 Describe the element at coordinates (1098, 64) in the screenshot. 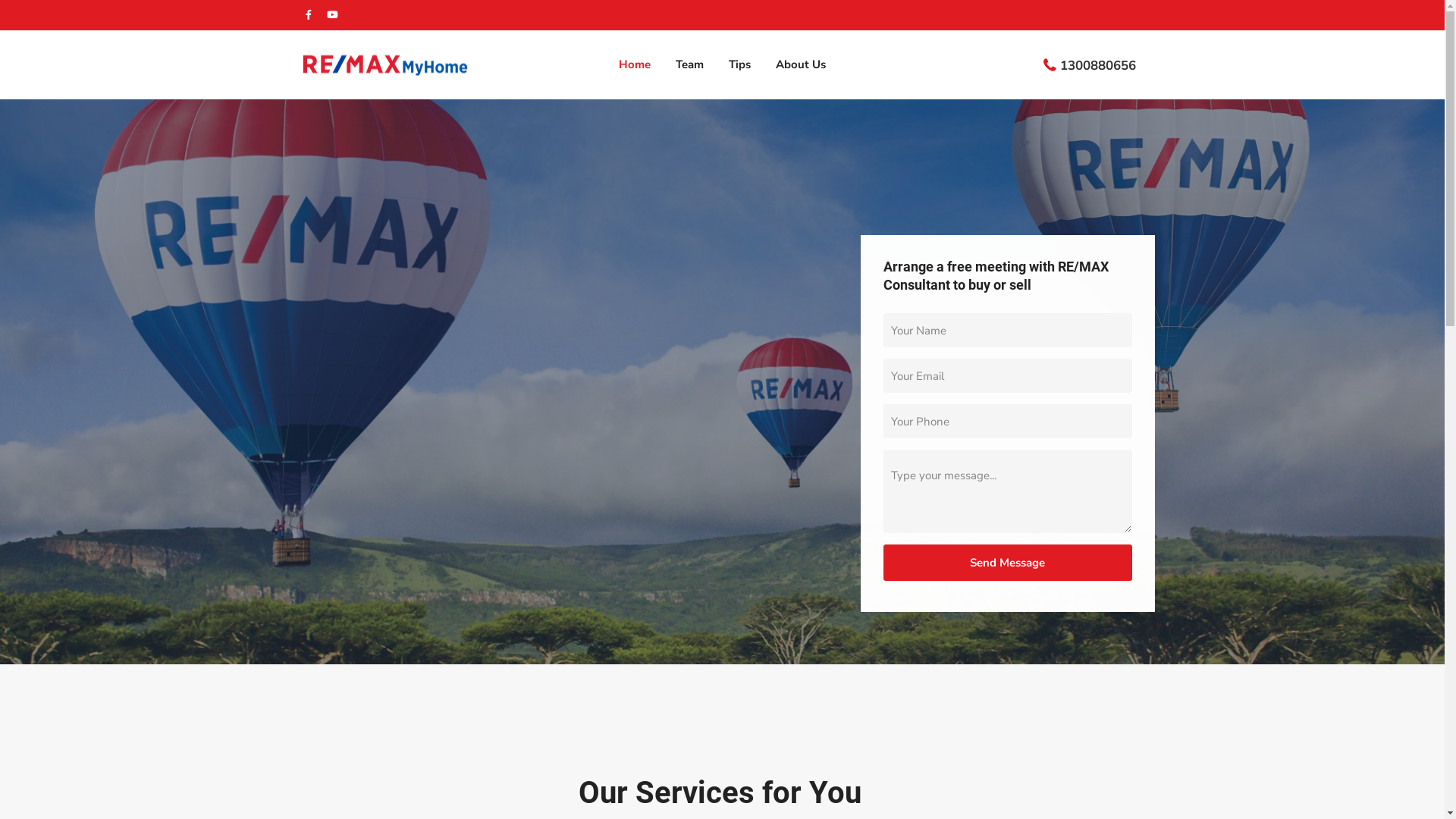

I see `'1300880656'` at that location.